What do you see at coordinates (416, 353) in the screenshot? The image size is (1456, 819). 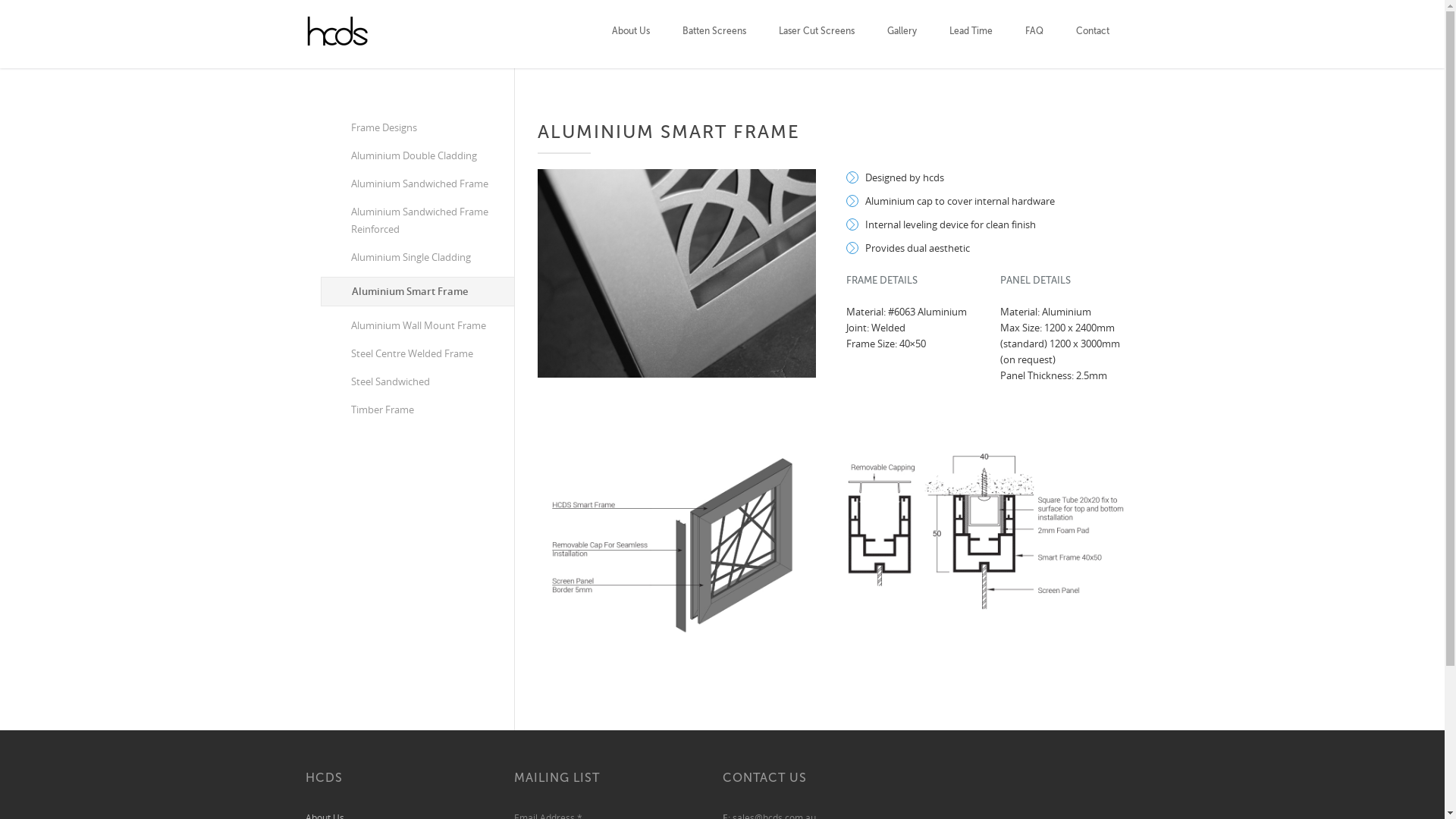 I see `'Steel Centre Welded Frame'` at bounding box center [416, 353].